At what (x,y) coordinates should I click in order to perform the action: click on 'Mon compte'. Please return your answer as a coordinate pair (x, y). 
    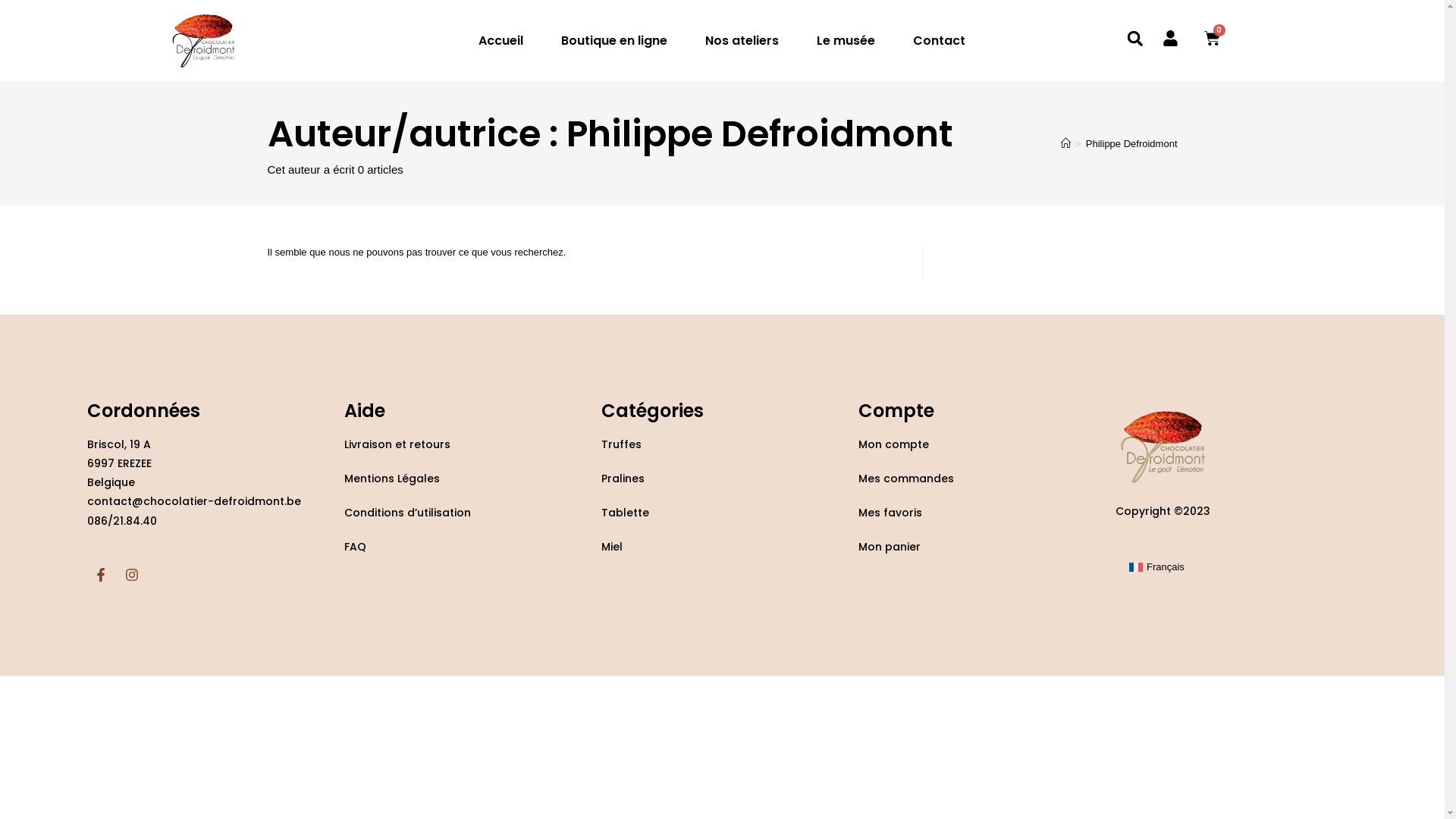
    Looking at the image, I should click on (893, 444).